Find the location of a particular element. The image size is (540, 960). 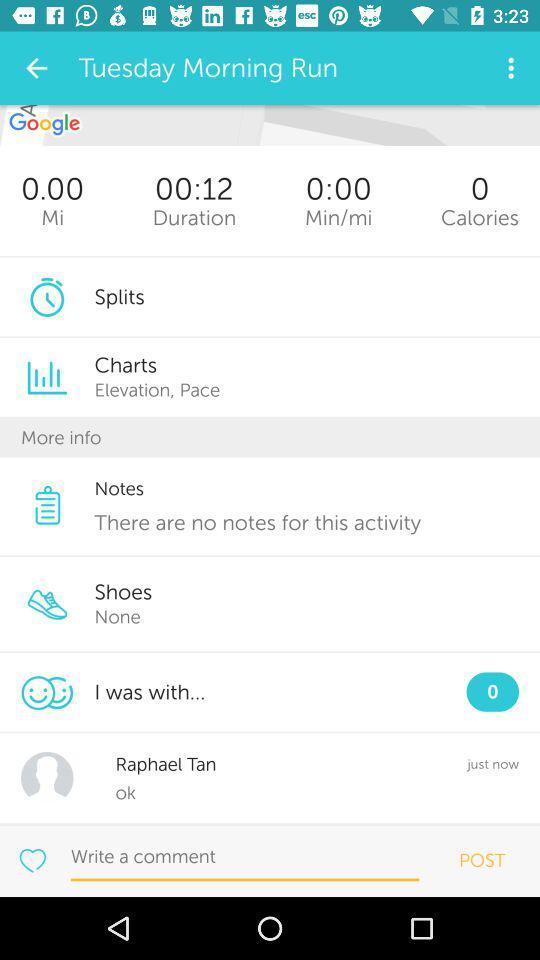

icon to the left of the tuesday morning run is located at coordinates (36, 68).